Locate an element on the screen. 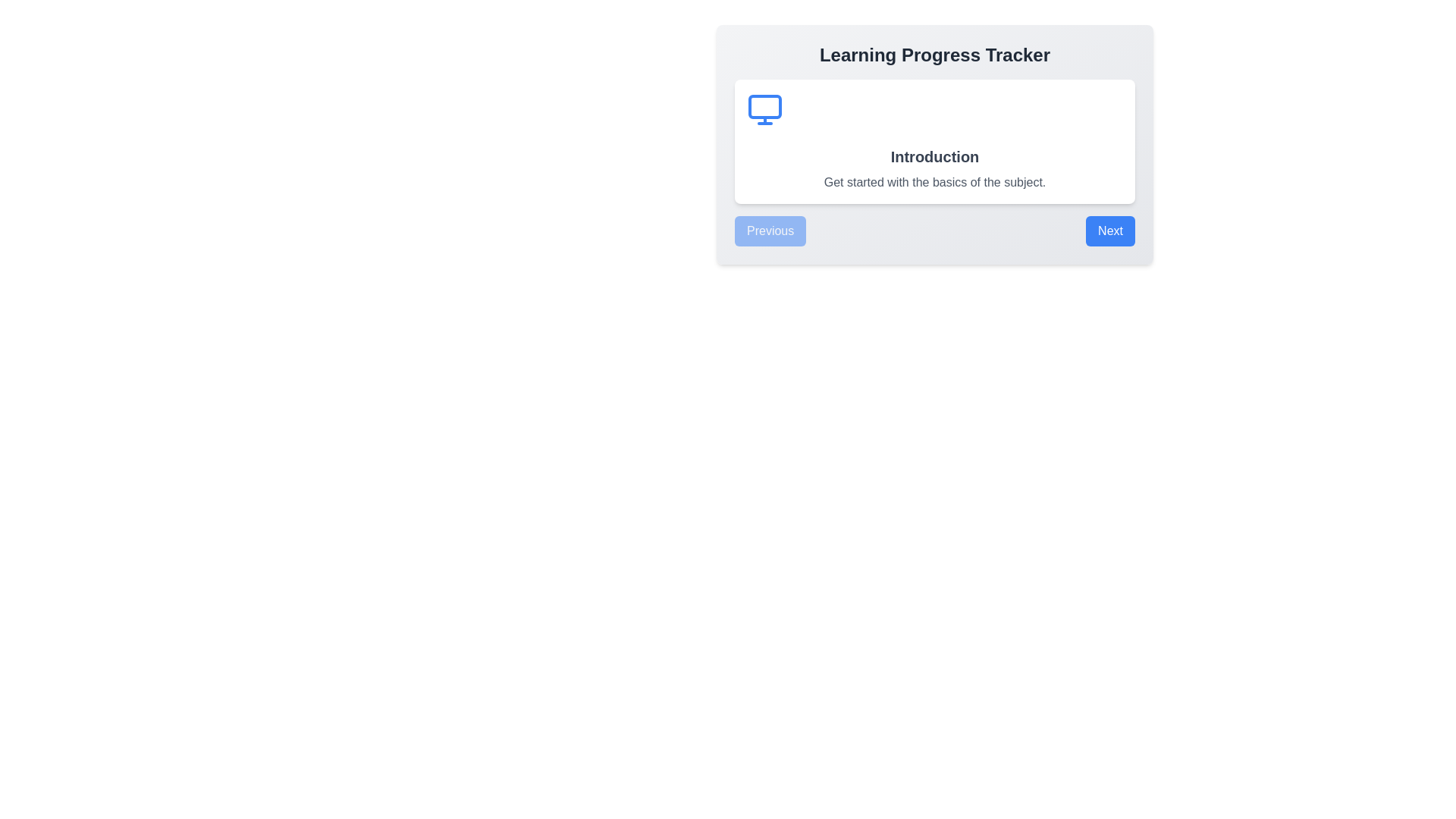 This screenshot has width=1456, height=819. the text element stating 'Introduction', which is presented in bold and slightly larger font size, located centrally within the interface above the text 'Get started with the basics of the subject.' is located at coordinates (934, 157).